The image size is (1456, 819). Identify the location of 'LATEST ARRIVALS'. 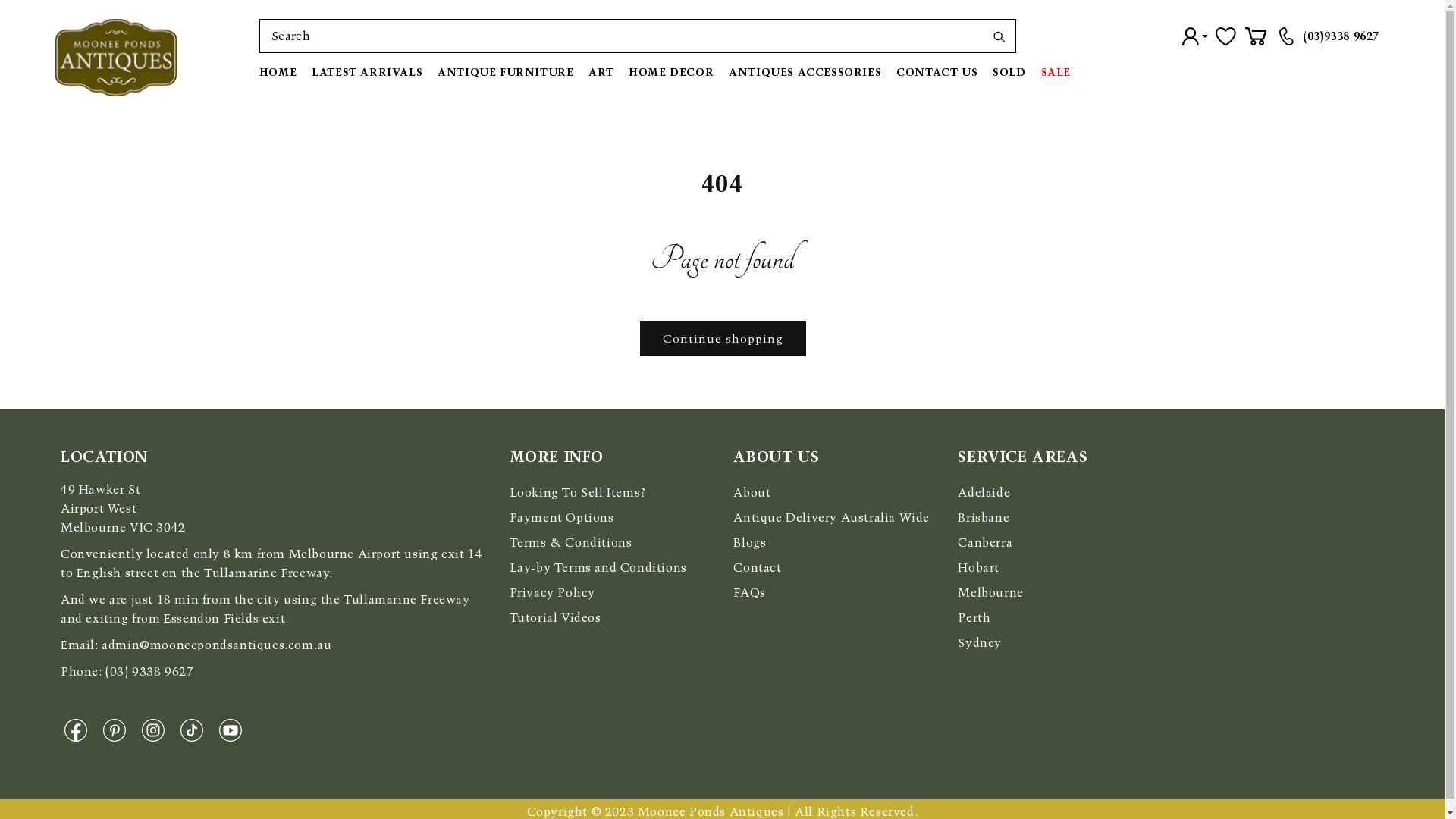
(303, 72).